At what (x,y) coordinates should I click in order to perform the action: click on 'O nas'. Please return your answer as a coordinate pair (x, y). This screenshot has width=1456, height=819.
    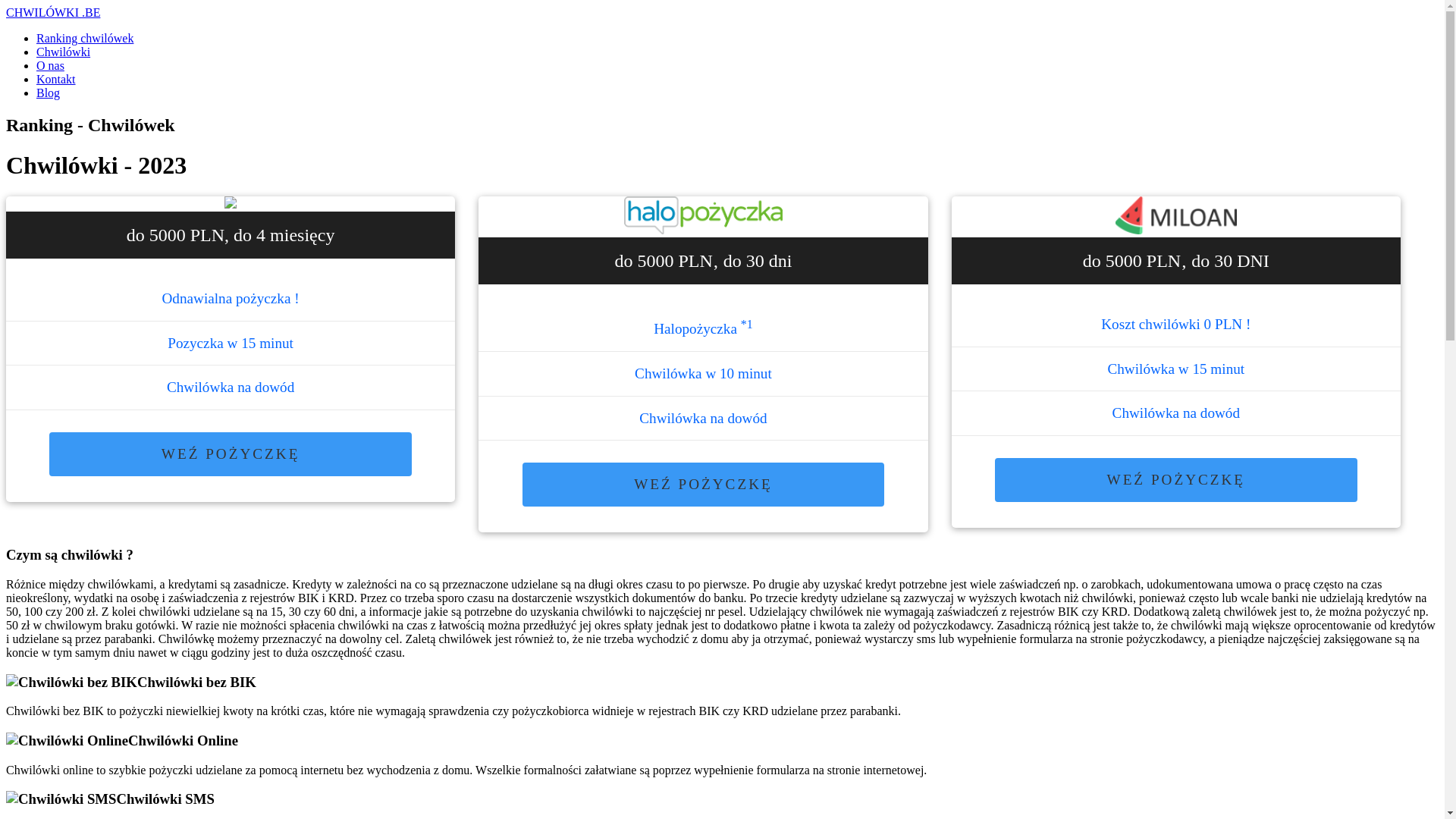
    Looking at the image, I should click on (50, 64).